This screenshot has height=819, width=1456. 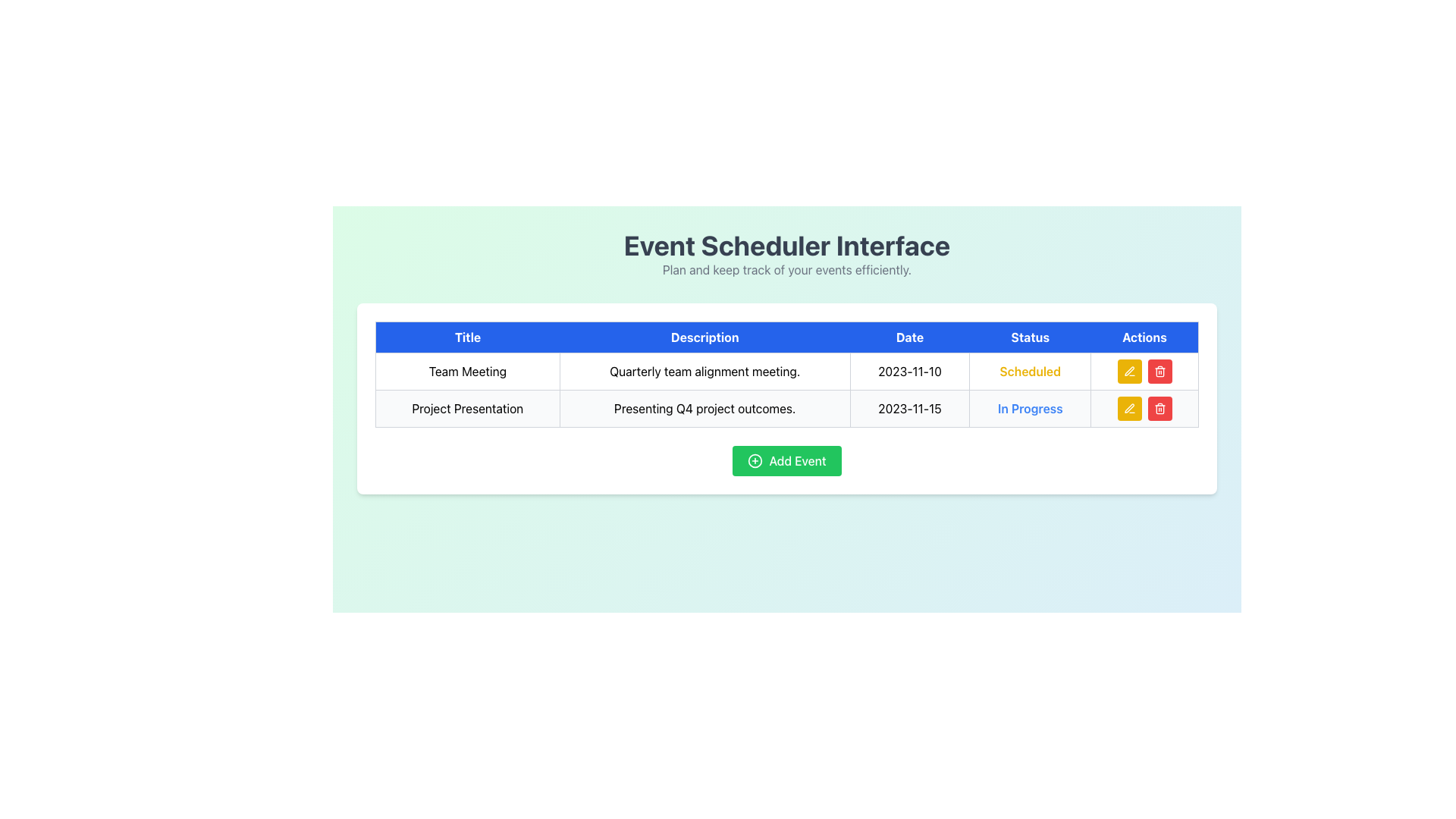 What do you see at coordinates (1030, 371) in the screenshot?
I see `the static text label displaying 'Scheduled' in yellow with a bold font, located in the fourth column of the first row in the Event Scheduler Interface table` at bounding box center [1030, 371].